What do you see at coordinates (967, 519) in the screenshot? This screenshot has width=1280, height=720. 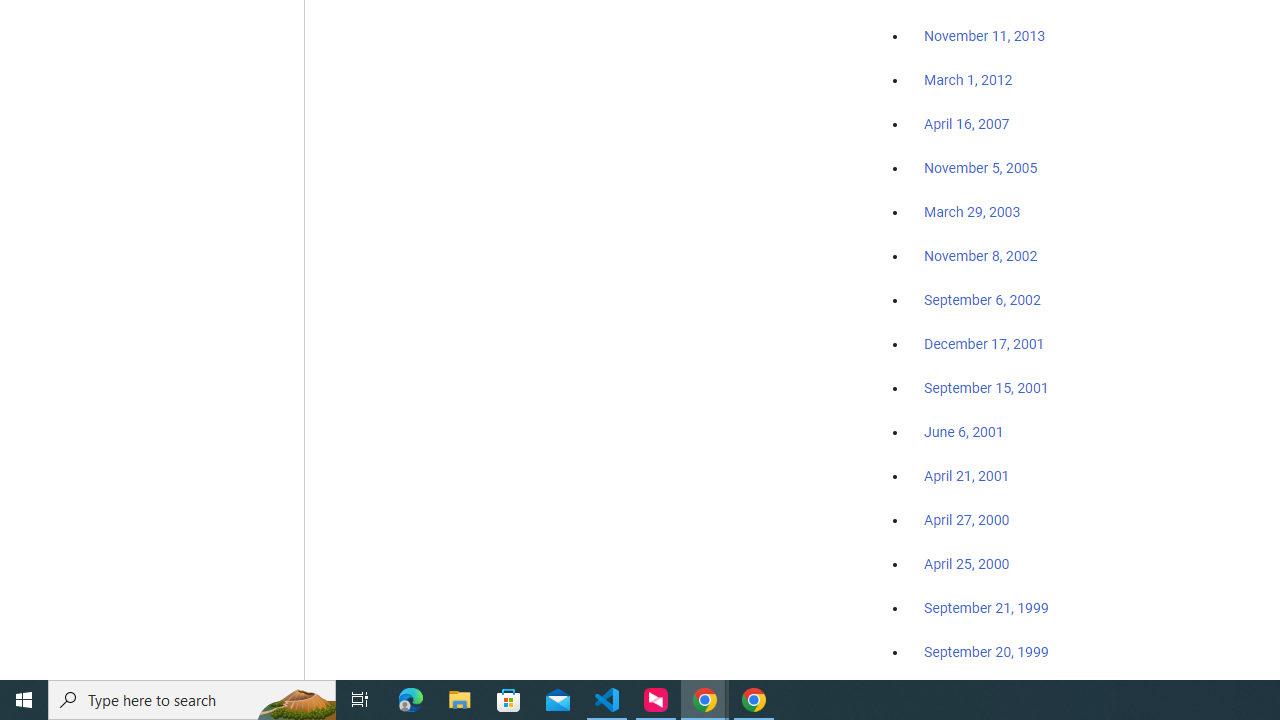 I see `'April 27, 2000'` at bounding box center [967, 519].